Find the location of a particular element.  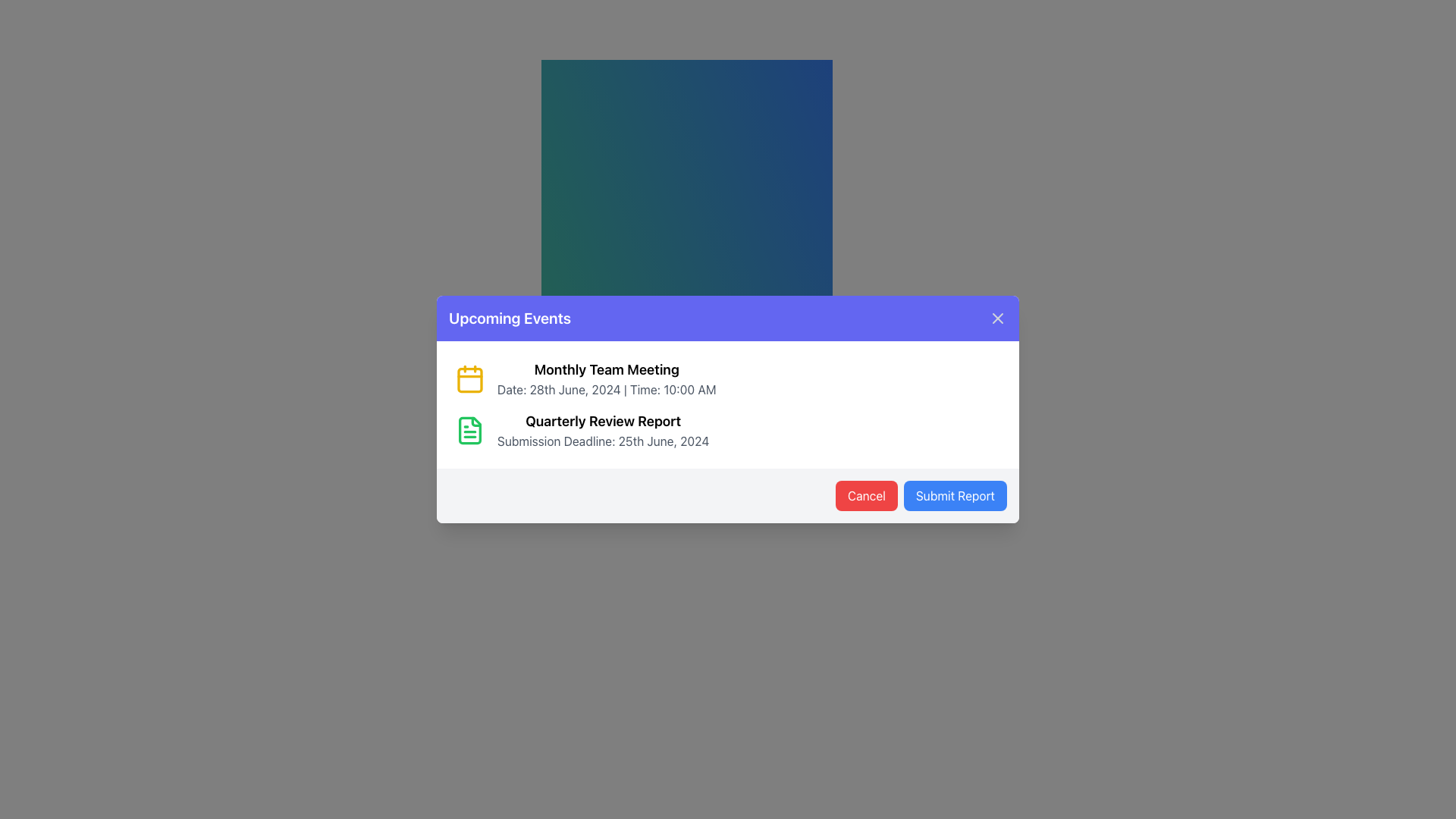

the blue 'Submit Report' button located at the bottom-right corner of the dialog box is located at coordinates (954, 496).